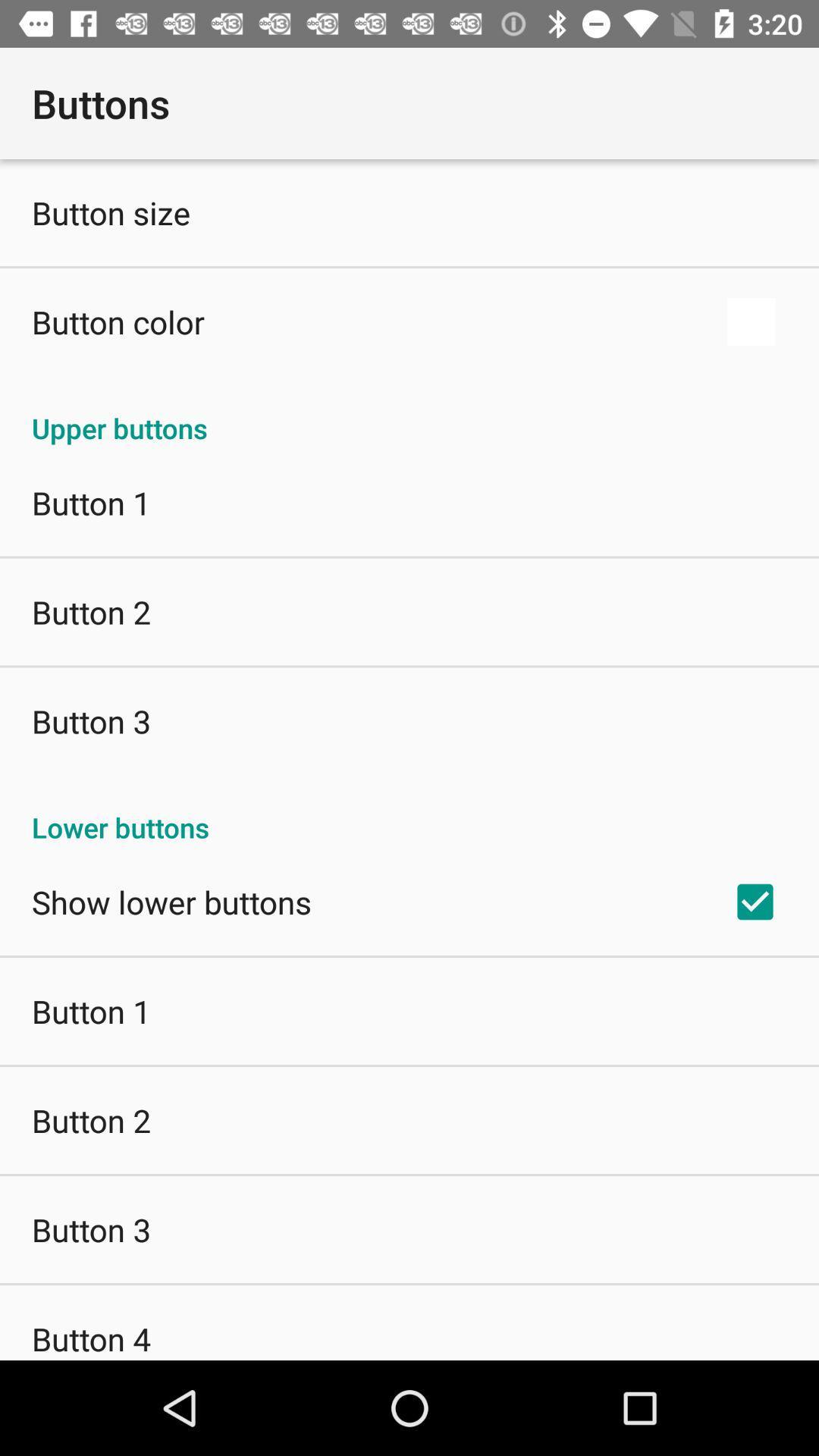 The image size is (819, 1456). I want to click on upper buttons item, so click(409, 412).